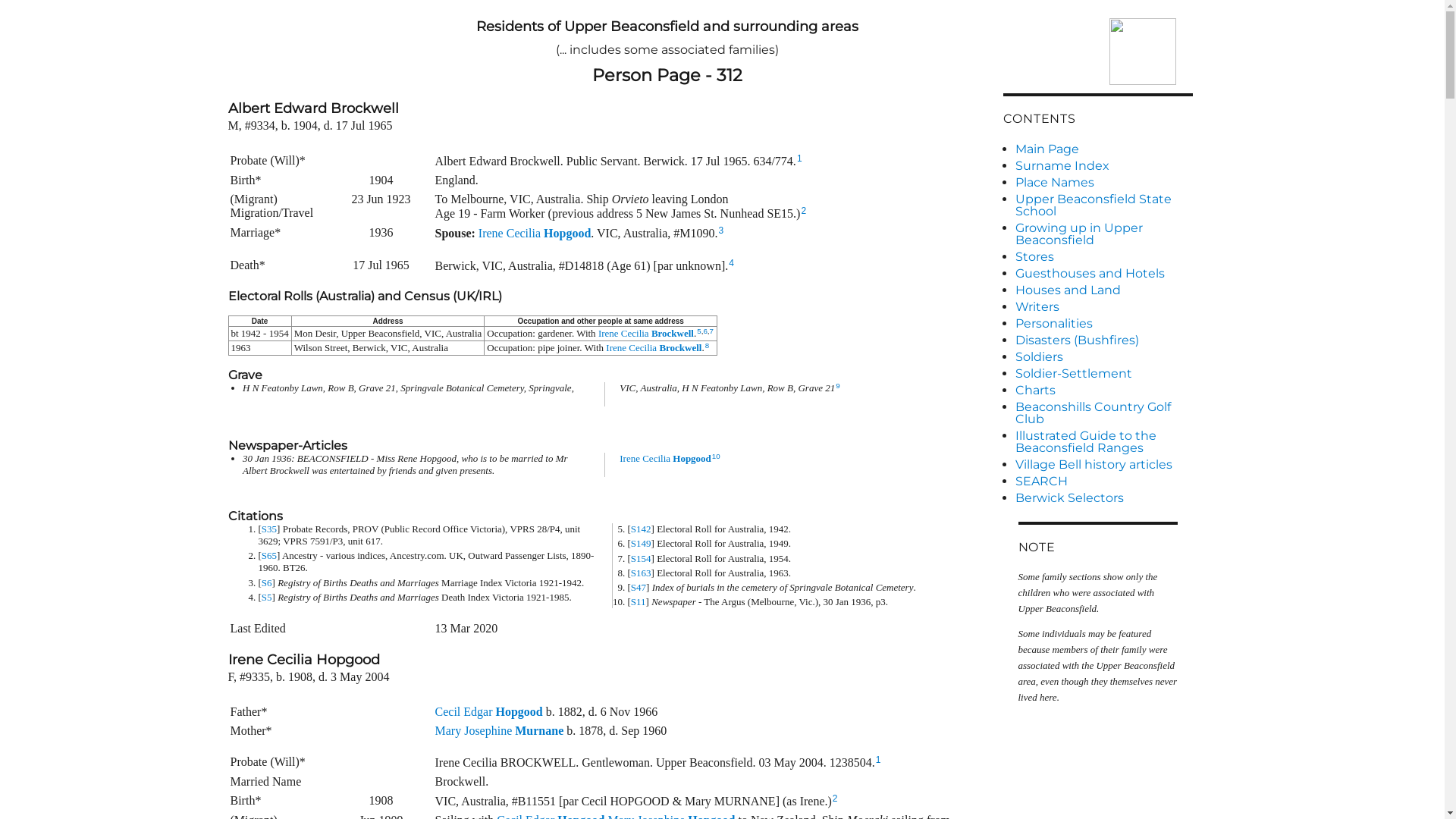 This screenshot has width=1456, height=819. I want to click on '3', so click(720, 231).